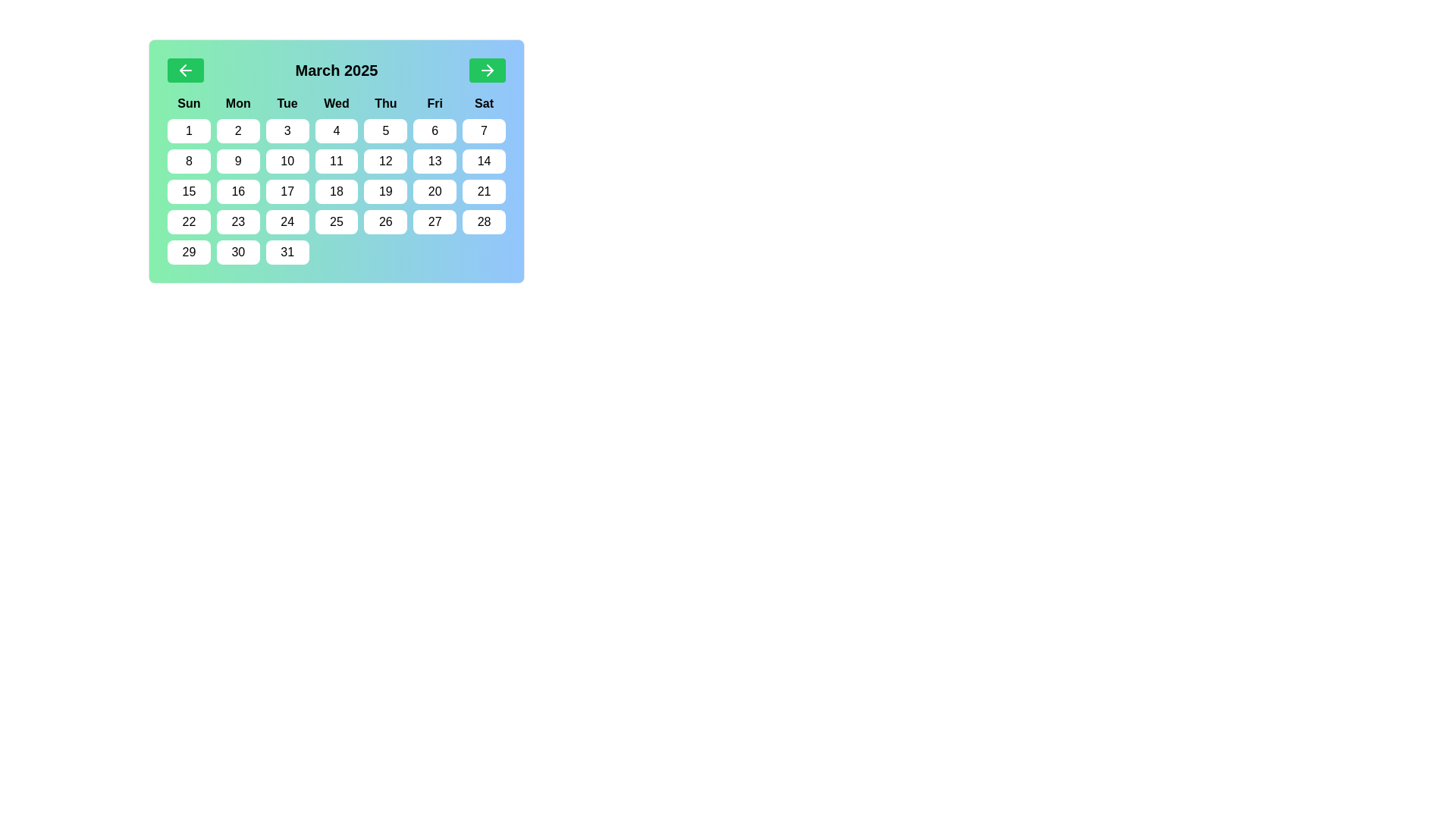 The height and width of the screenshot is (819, 1456). Describe the element at coordinates (483, 222) in the screenshot. I see `the date button representing '28' in the March 2025 calendar` at that location.